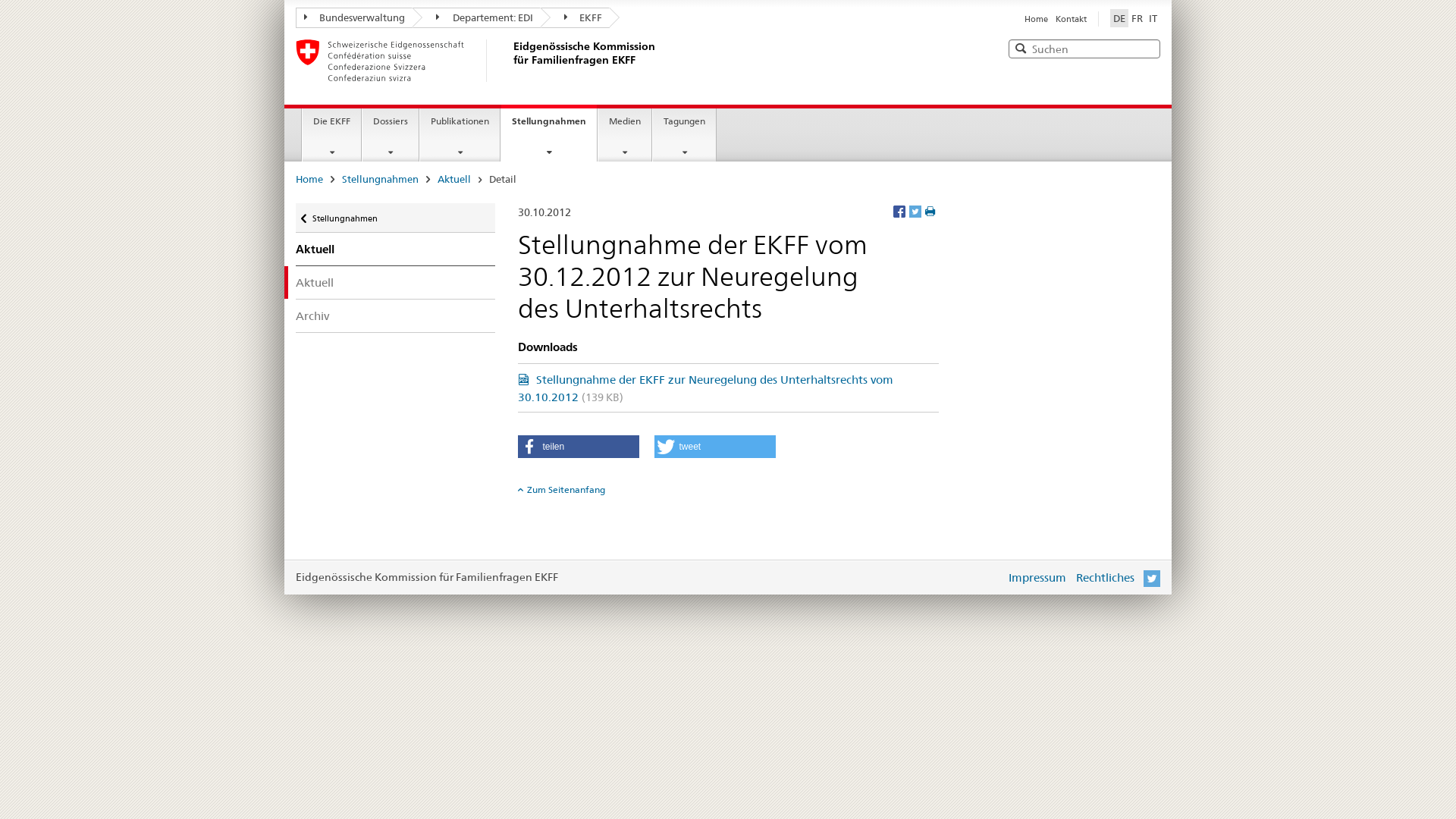 This screenshot has height=819, width=1456. I want to click on 'Aktuell', so click(395, 282).